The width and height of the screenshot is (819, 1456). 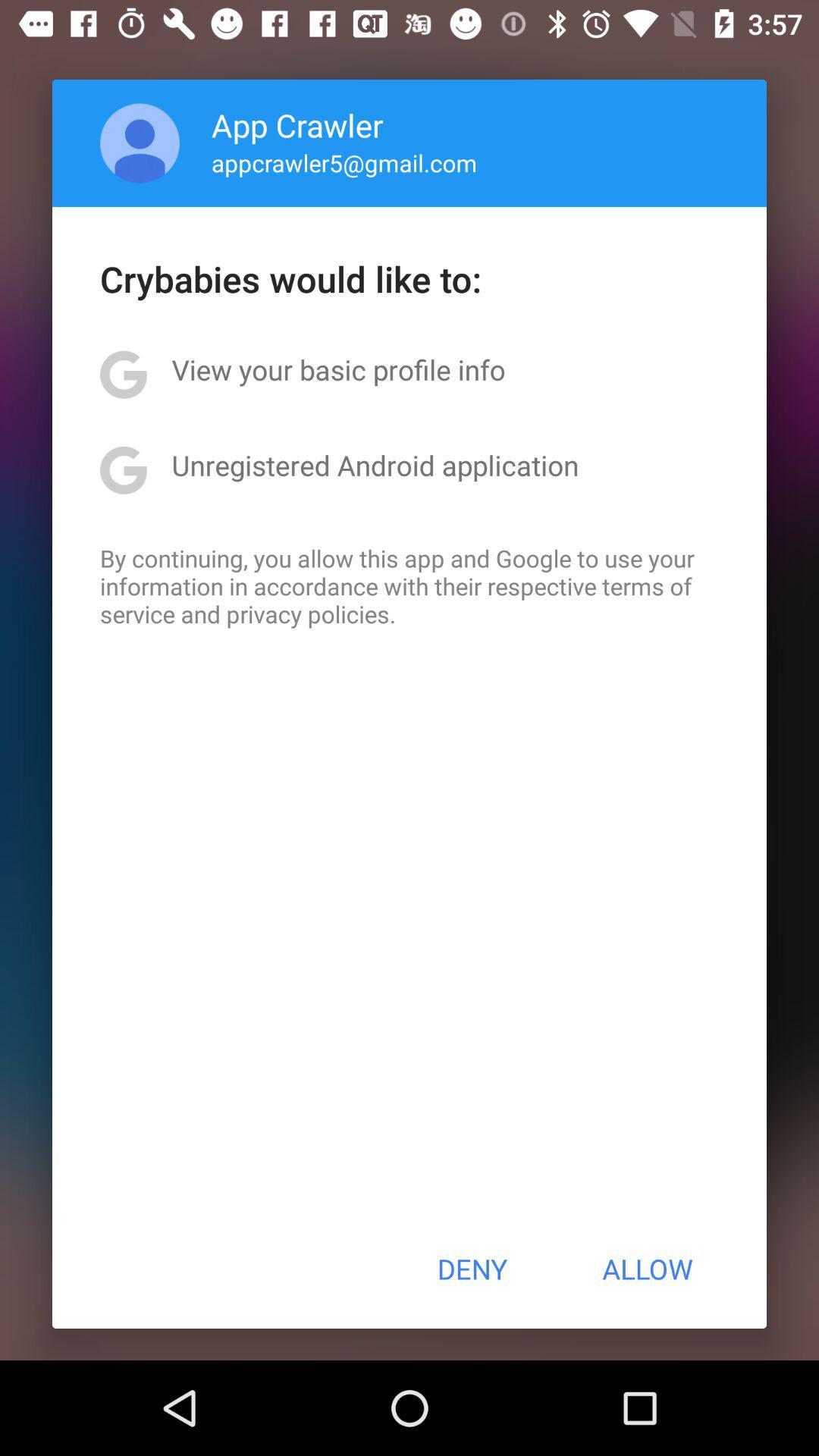 I want to click on the item to the left of the app crawler icon, so click(x=140, y=143).